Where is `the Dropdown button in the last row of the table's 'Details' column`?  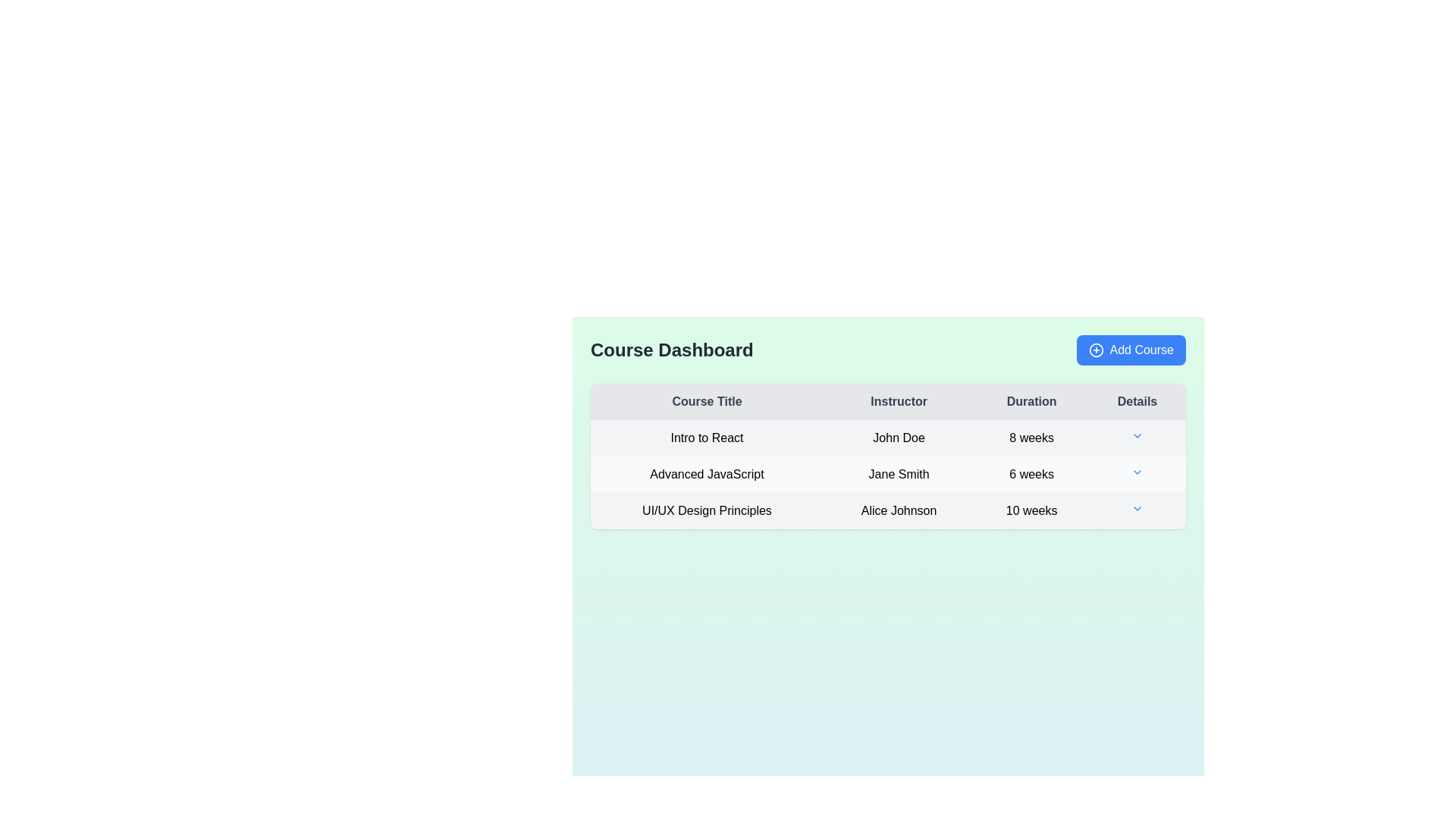 the Dropdown button in the last row of the table's 'Details' column is located at coordinates (1137, 509).